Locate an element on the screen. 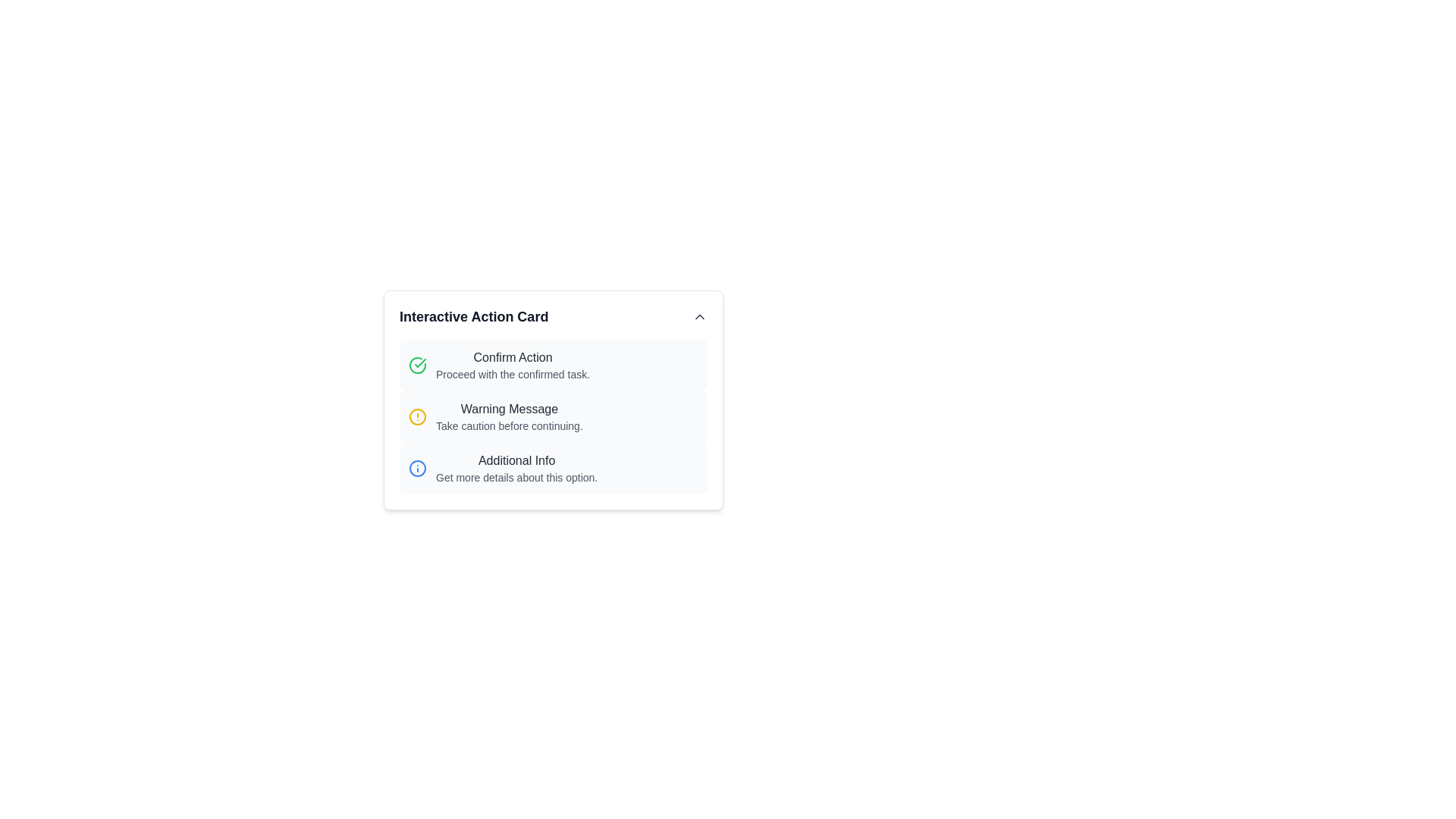  information displayed in the informational text block located at the bottom-most section of the vertically stacked list is located at coordinates (516, 467).